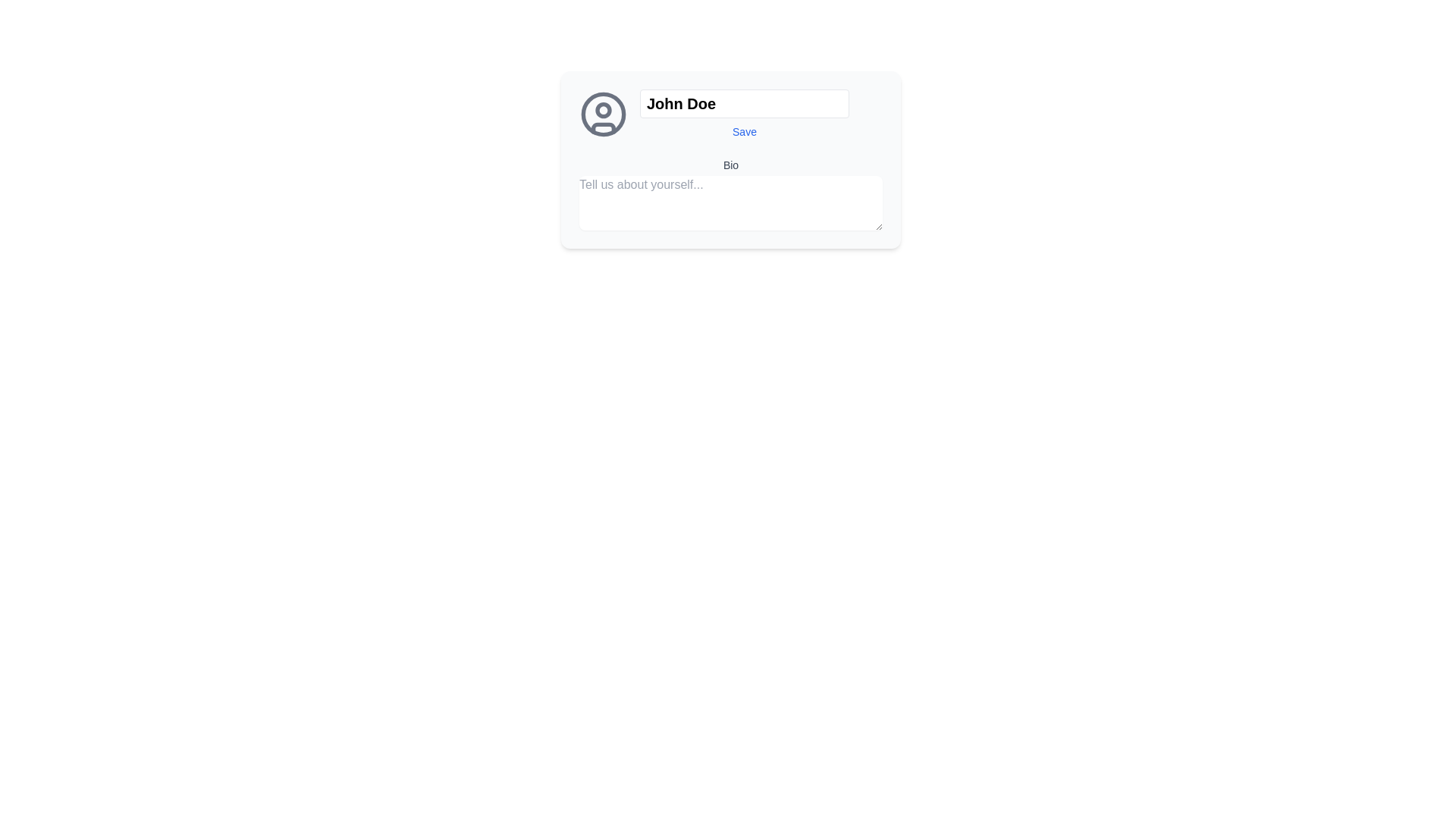  Describe the element at coordinates (731, 160) in the screenshot. I see `the Text Label that provides context for the multiline text input area, located below the 'Save' blue text link and above the multiline text input area` at that location.